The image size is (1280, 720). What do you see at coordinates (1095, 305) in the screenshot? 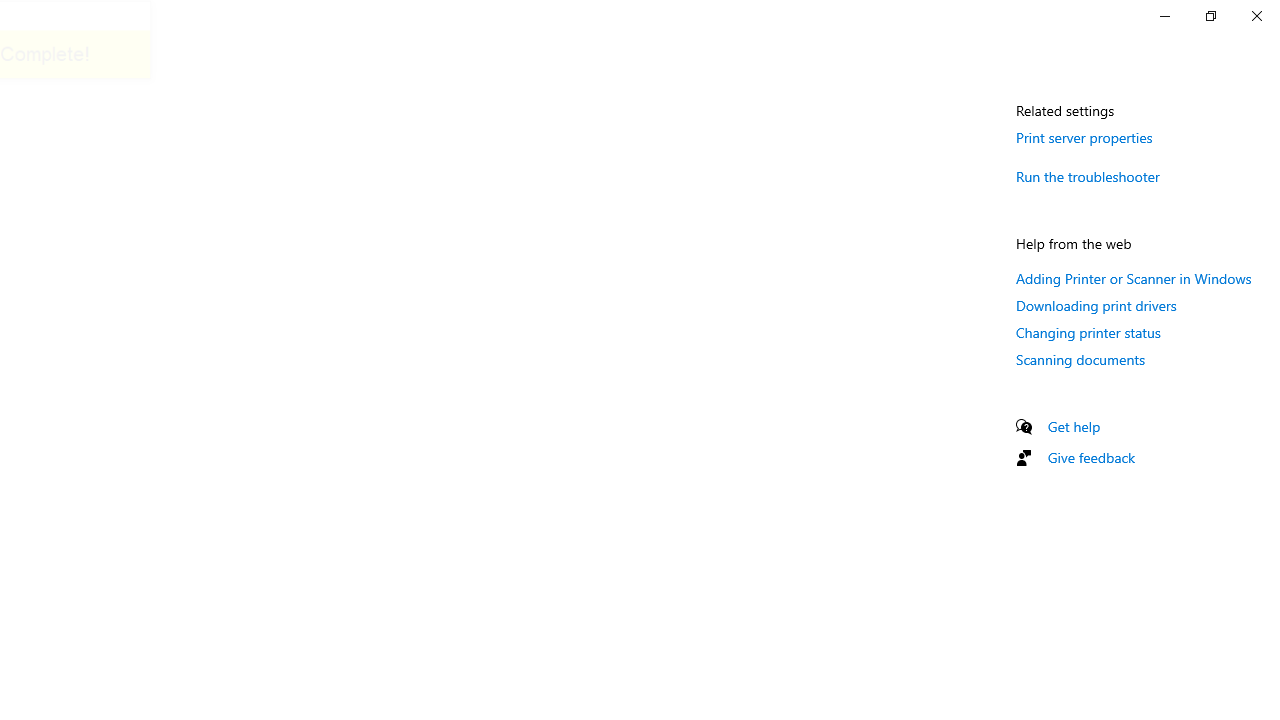
I see `'Downloading print drivers'` at bounding box center [1095, 305].